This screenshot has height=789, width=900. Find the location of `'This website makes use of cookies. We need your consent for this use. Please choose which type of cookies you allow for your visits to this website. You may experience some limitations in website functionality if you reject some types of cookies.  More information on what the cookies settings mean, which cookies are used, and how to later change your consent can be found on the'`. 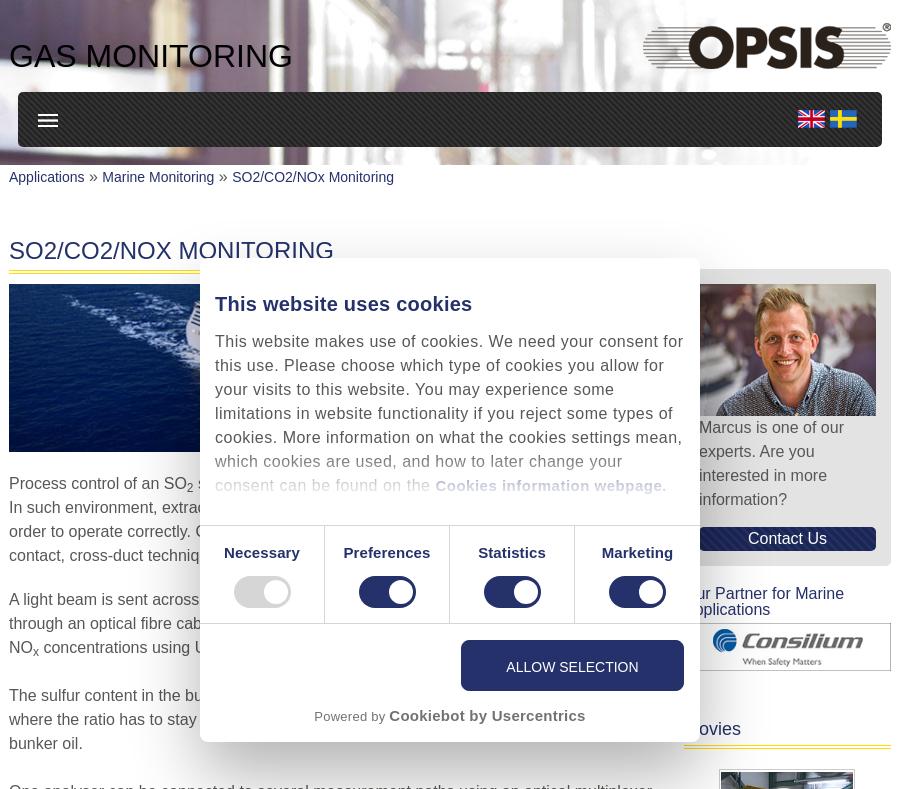

'This website makes use of cookies. We need your consent for this use. Please choose which type of cookies you allow for your visits to this website. You may experience some limitations in website functionality if you reject some types of cookies.  More information on what the cookies settings mean, which cookies are used, and how to later change your consent can be found on the' is located at coordinates (449, 413).